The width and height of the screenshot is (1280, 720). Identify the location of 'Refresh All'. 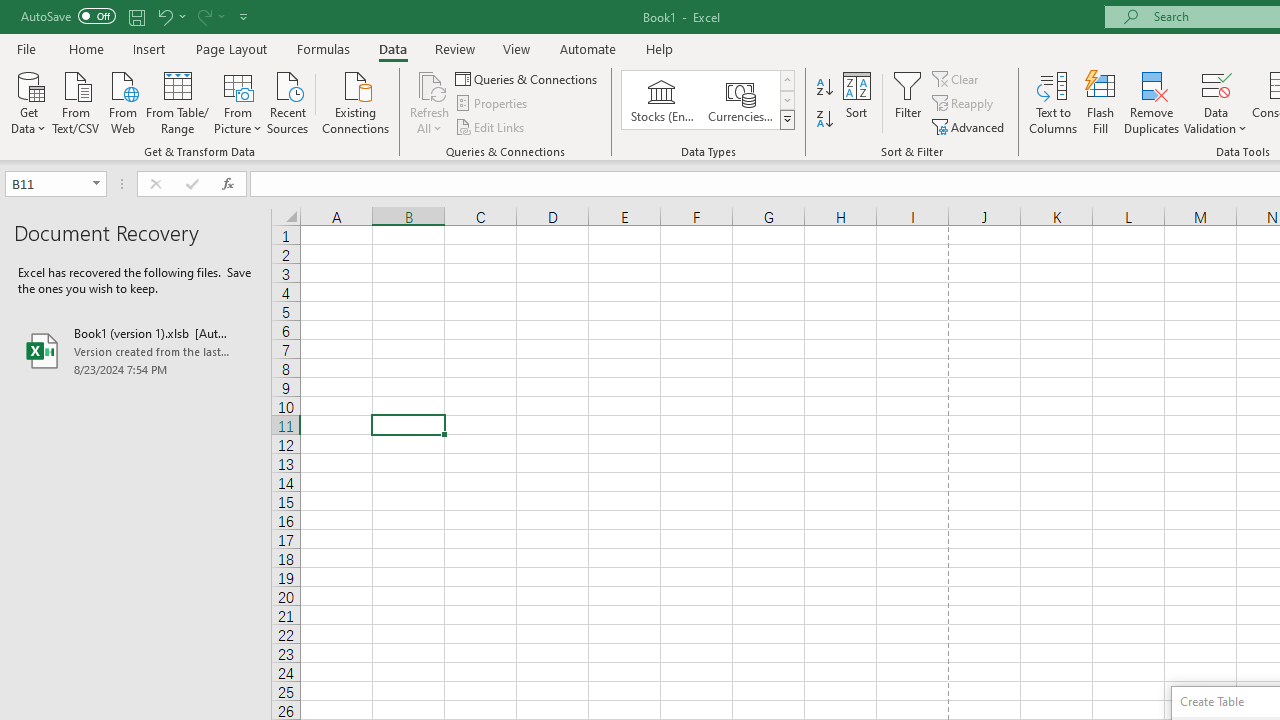
(429, 84).